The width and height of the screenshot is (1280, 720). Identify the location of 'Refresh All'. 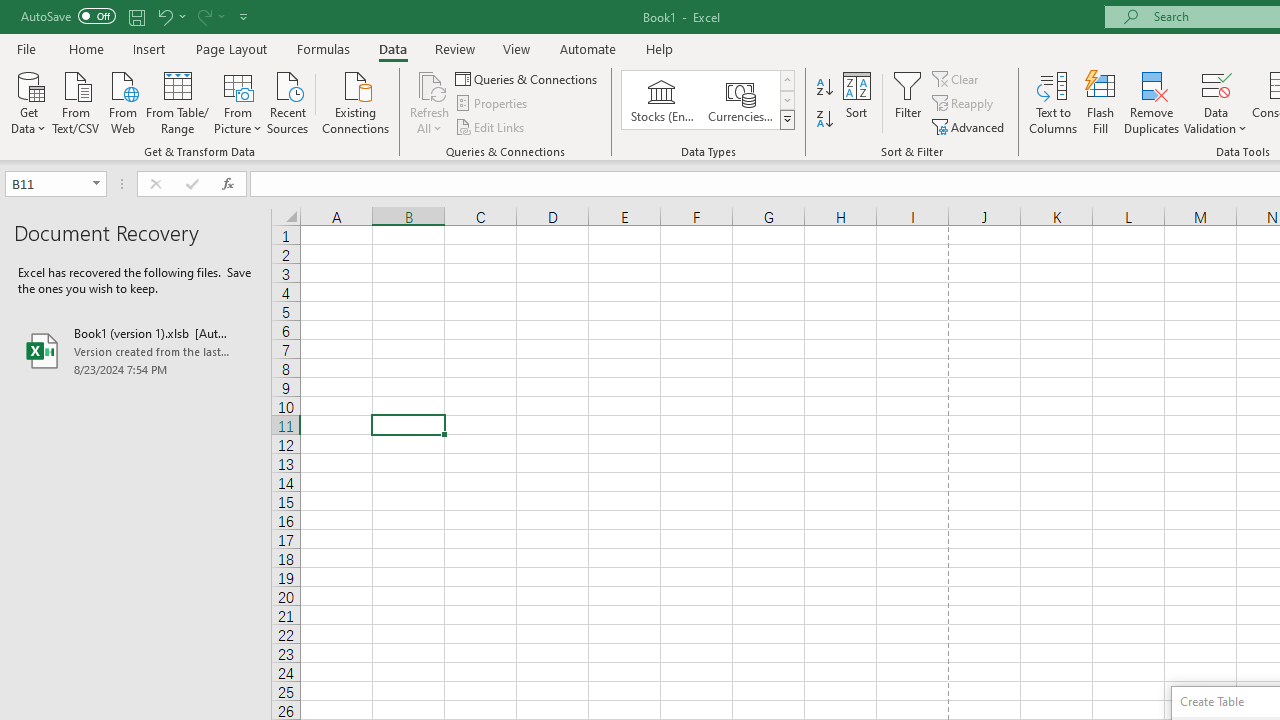
(429, 84).